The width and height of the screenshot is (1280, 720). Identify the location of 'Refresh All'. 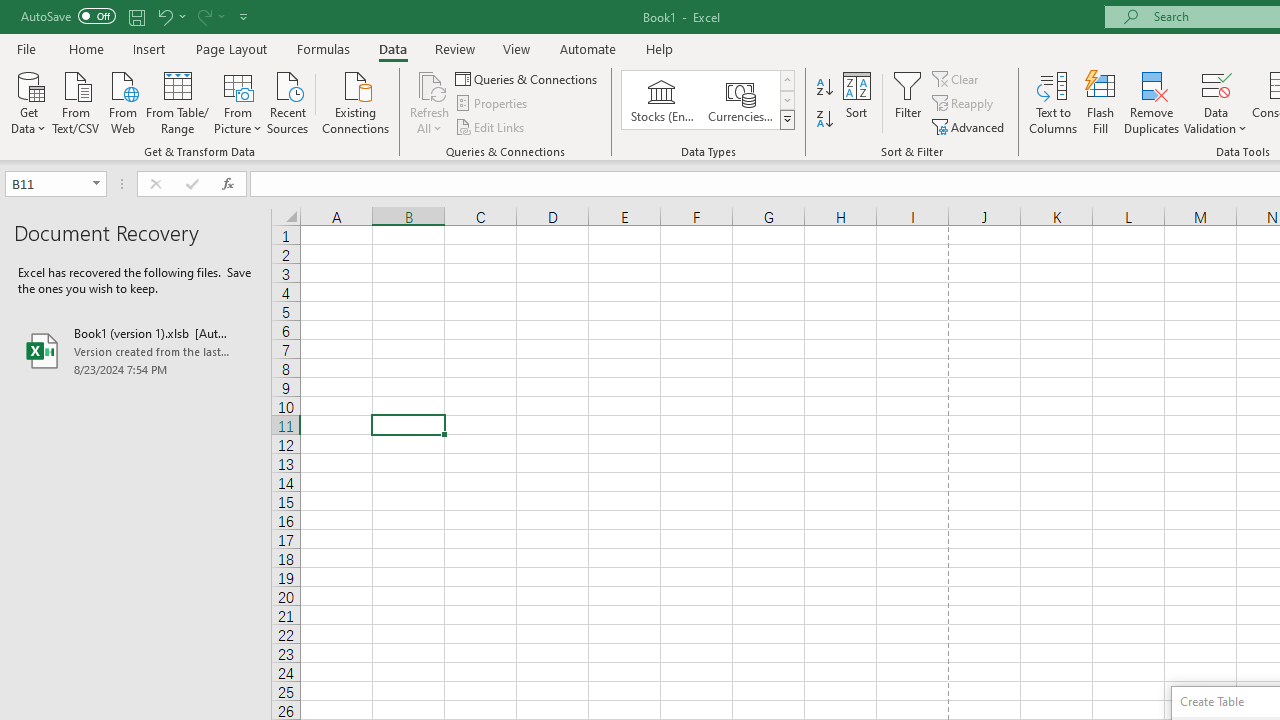
(429, 84).